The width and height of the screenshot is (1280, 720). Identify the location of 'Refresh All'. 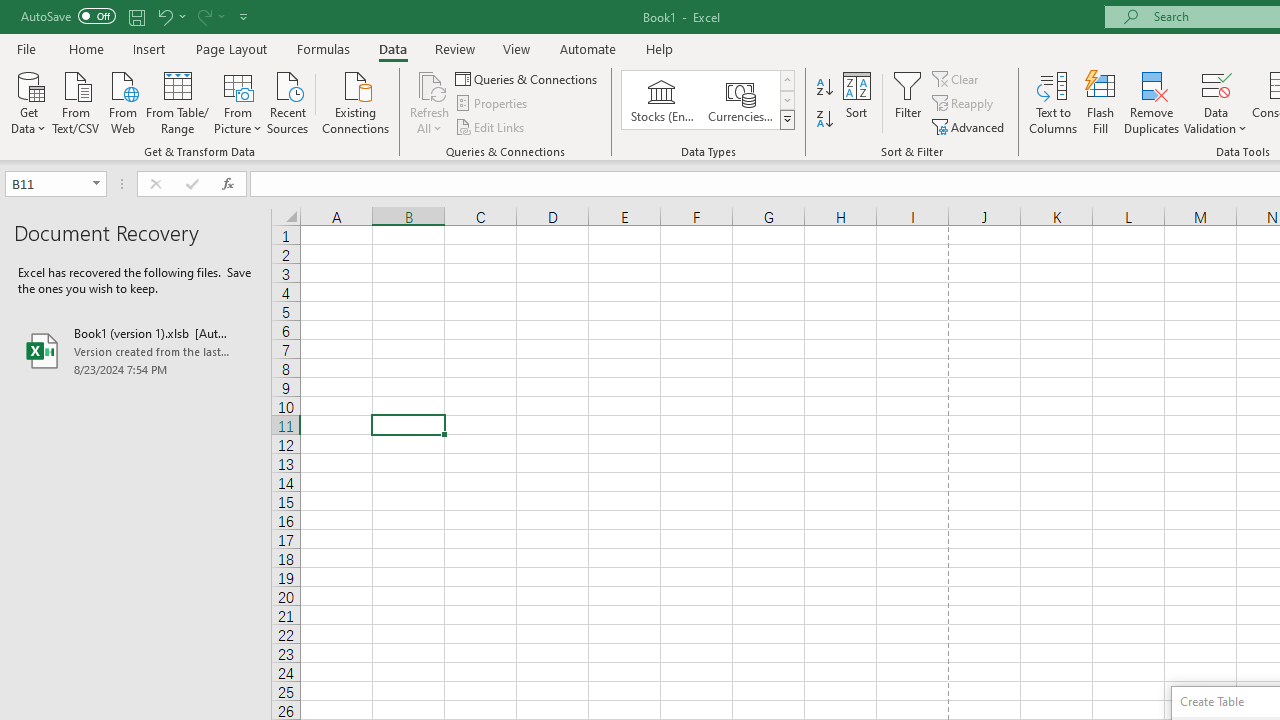
(429, 84).